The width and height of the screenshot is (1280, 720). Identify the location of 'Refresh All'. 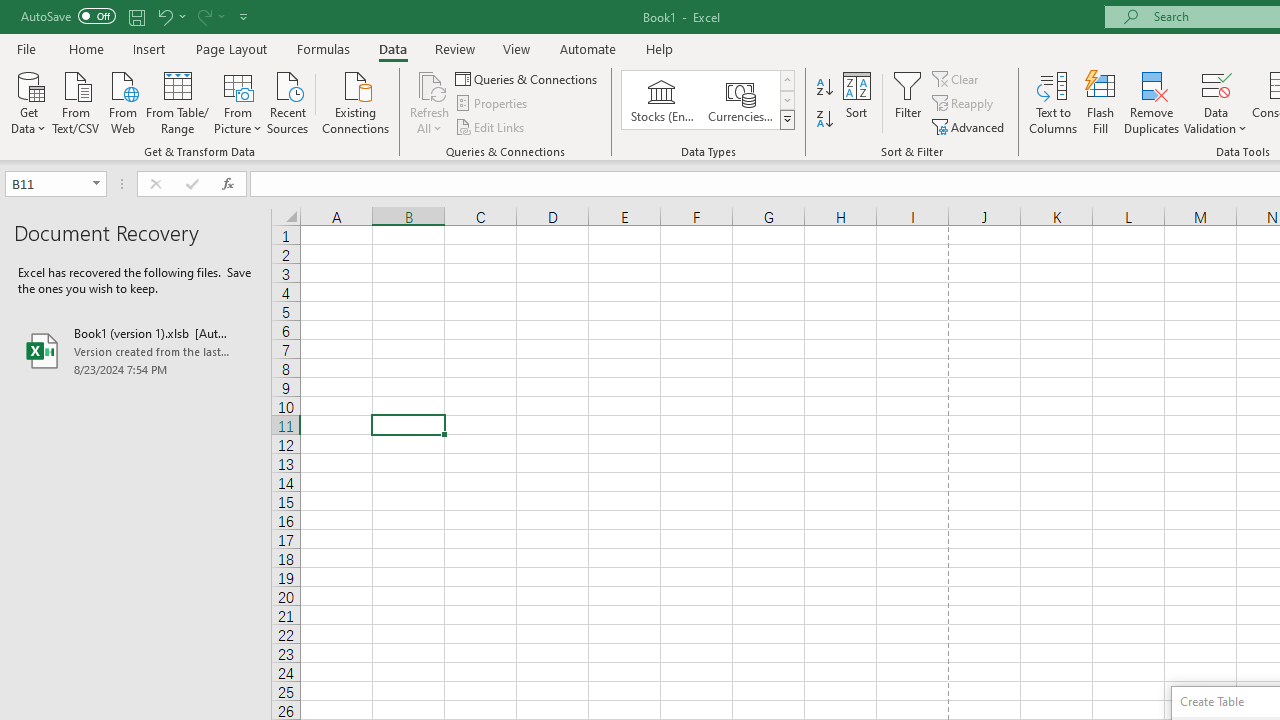
(429, 84).